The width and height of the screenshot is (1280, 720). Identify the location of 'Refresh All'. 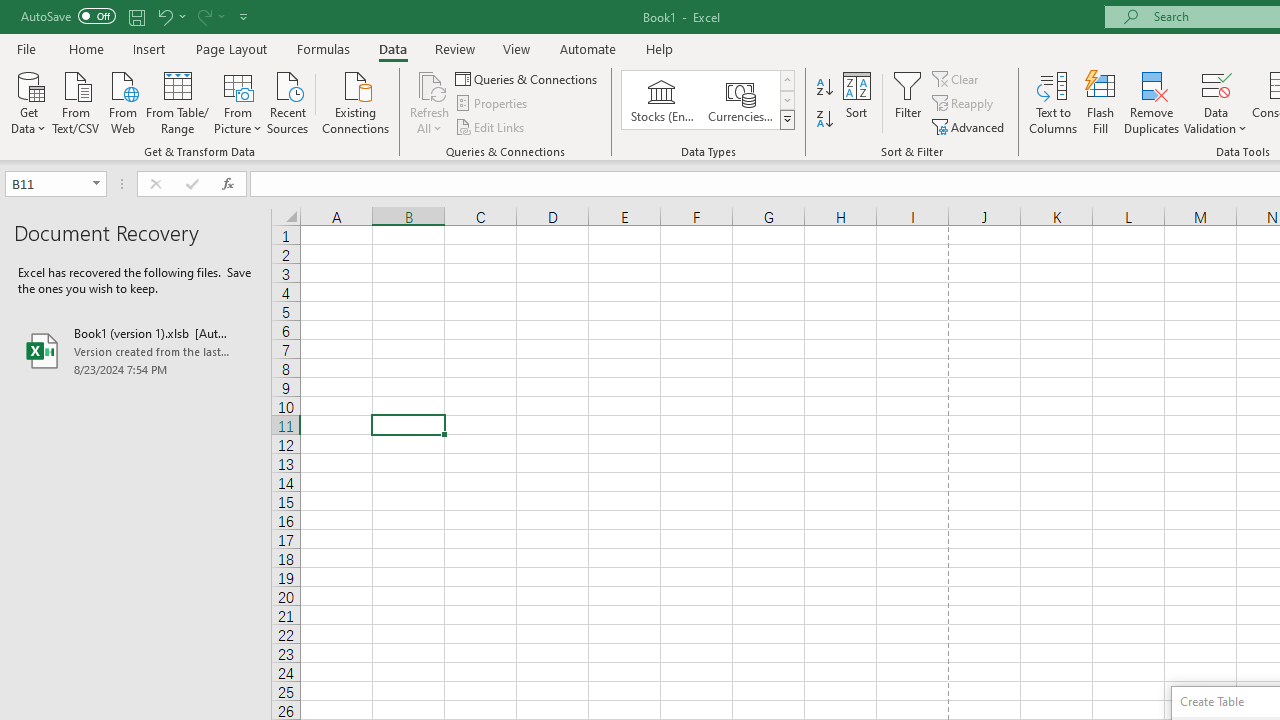
(429, 84).